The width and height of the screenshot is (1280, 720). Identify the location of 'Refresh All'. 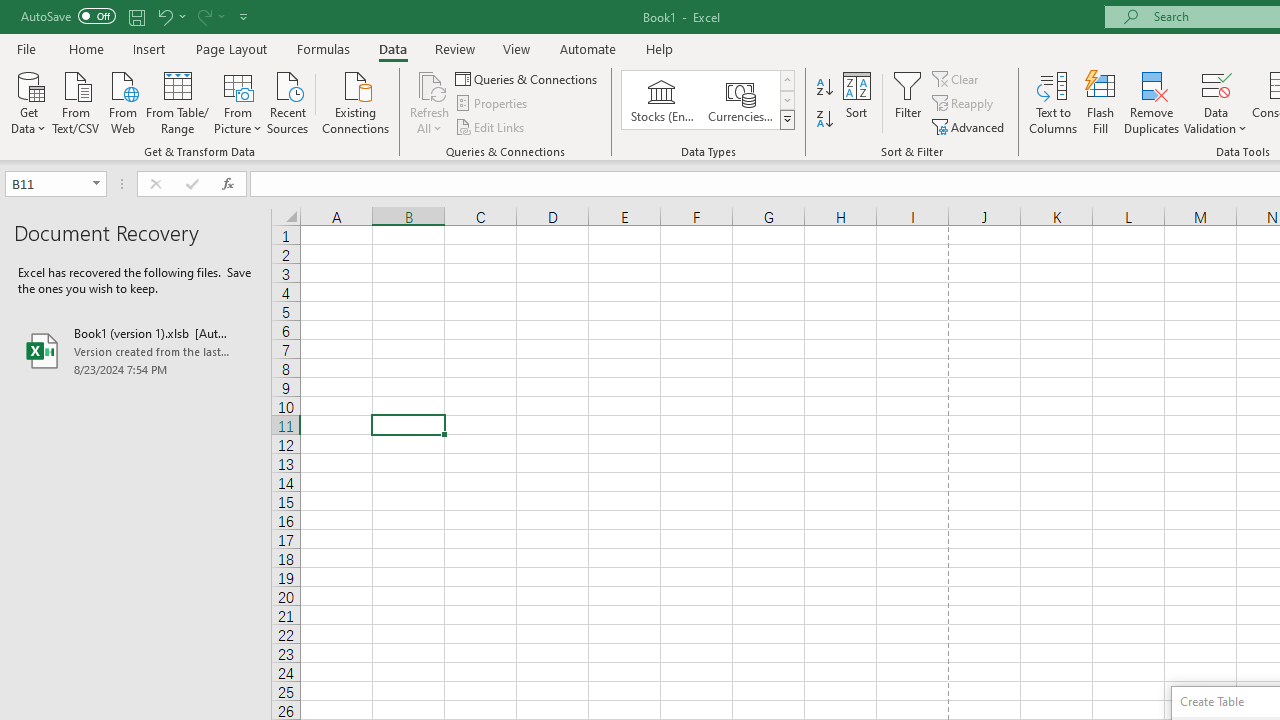
(429, 84).